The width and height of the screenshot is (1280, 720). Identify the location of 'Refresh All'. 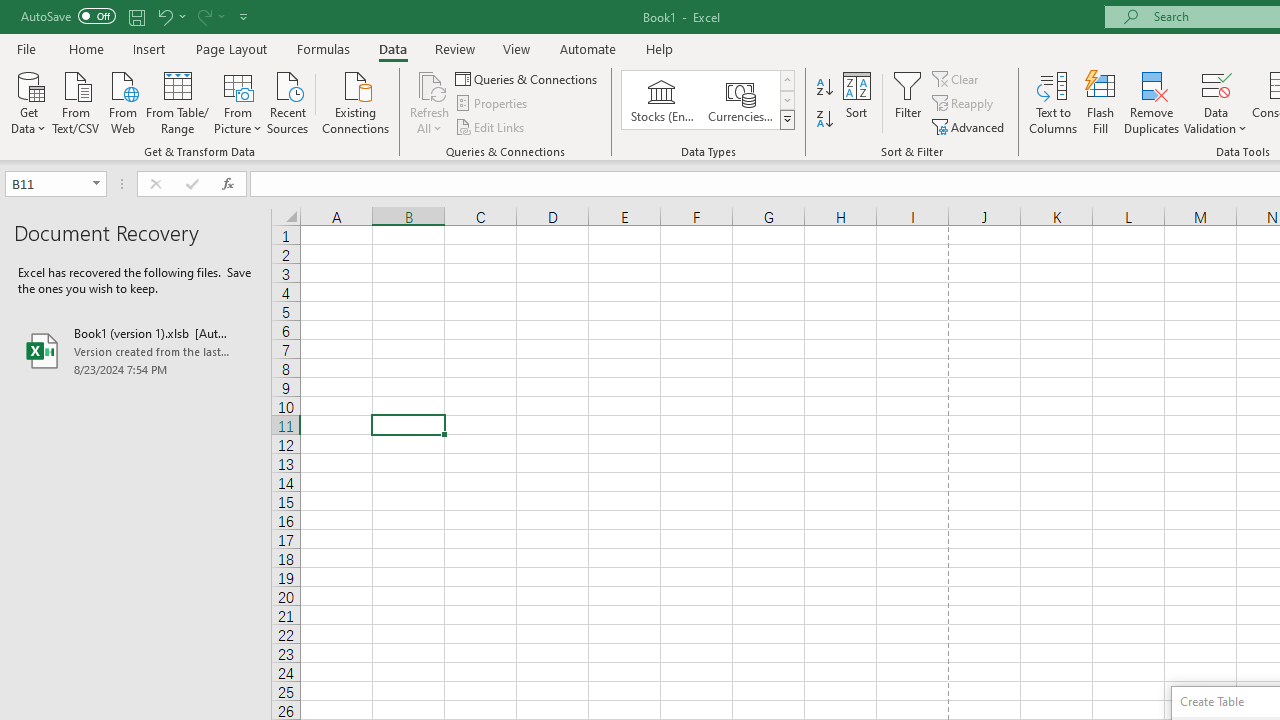
(429, 84).